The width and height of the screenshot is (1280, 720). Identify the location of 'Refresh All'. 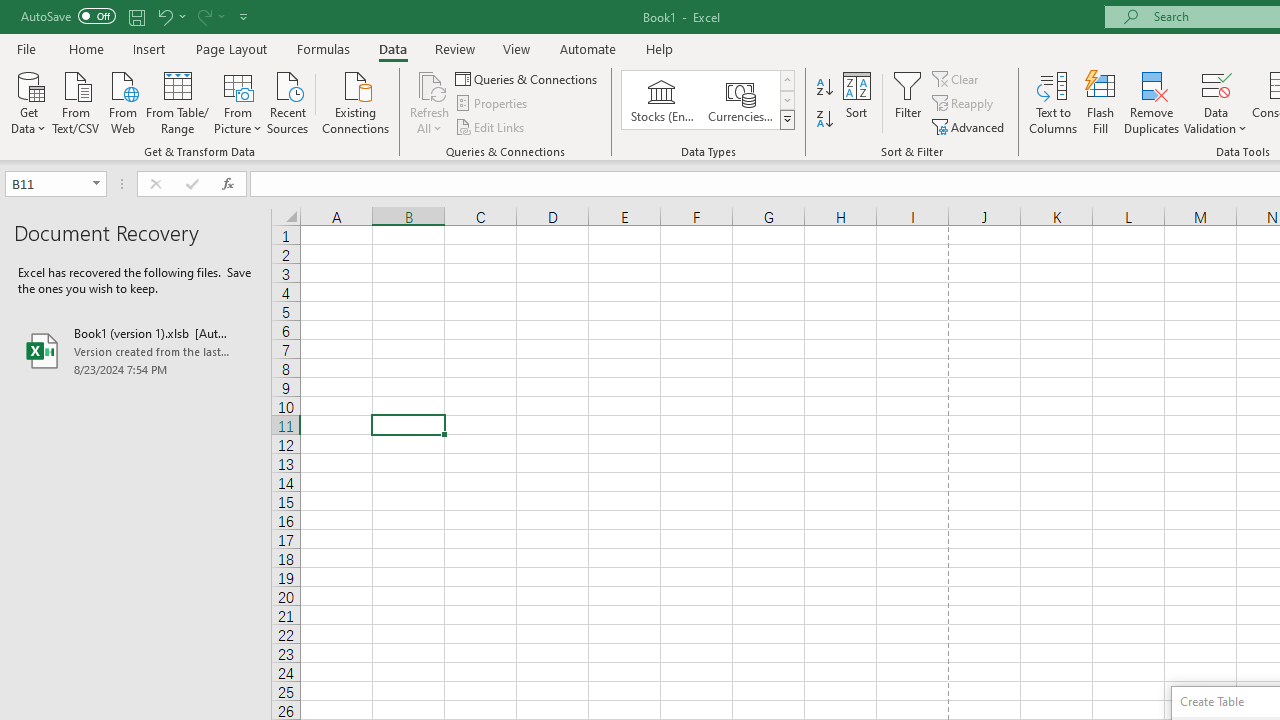
(429, 84).